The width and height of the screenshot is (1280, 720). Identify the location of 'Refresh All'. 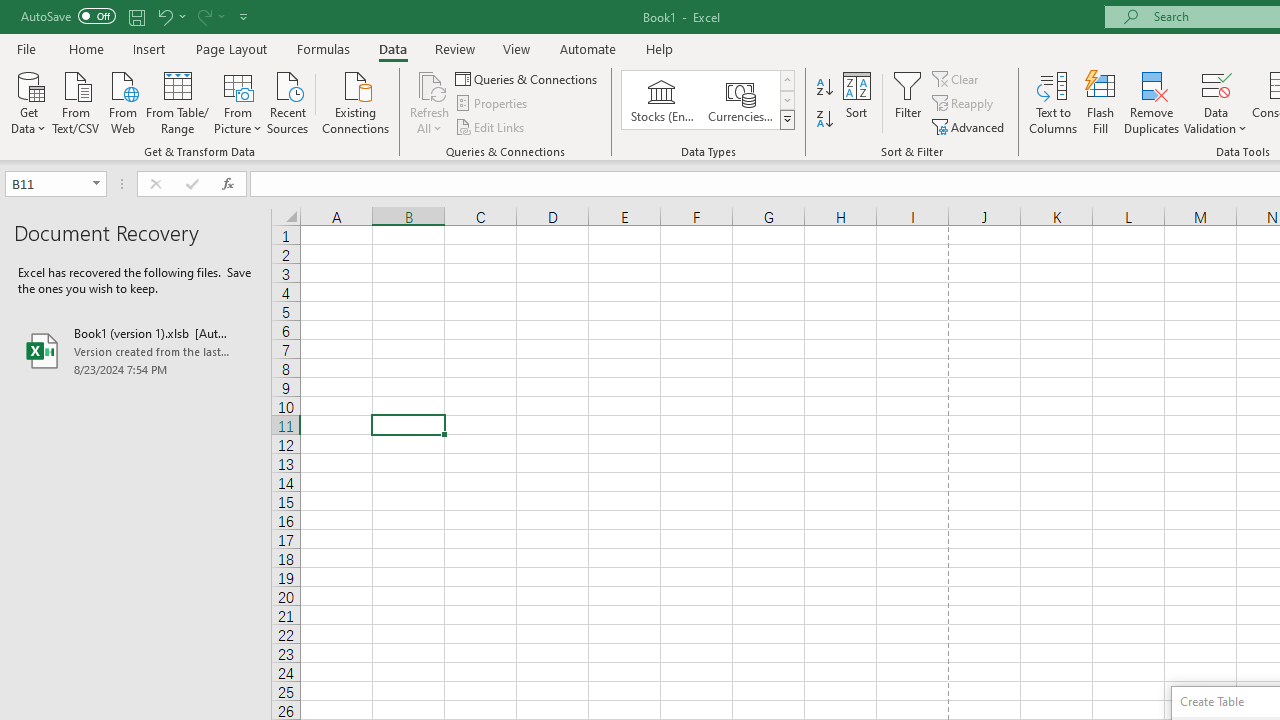
(429, 84).